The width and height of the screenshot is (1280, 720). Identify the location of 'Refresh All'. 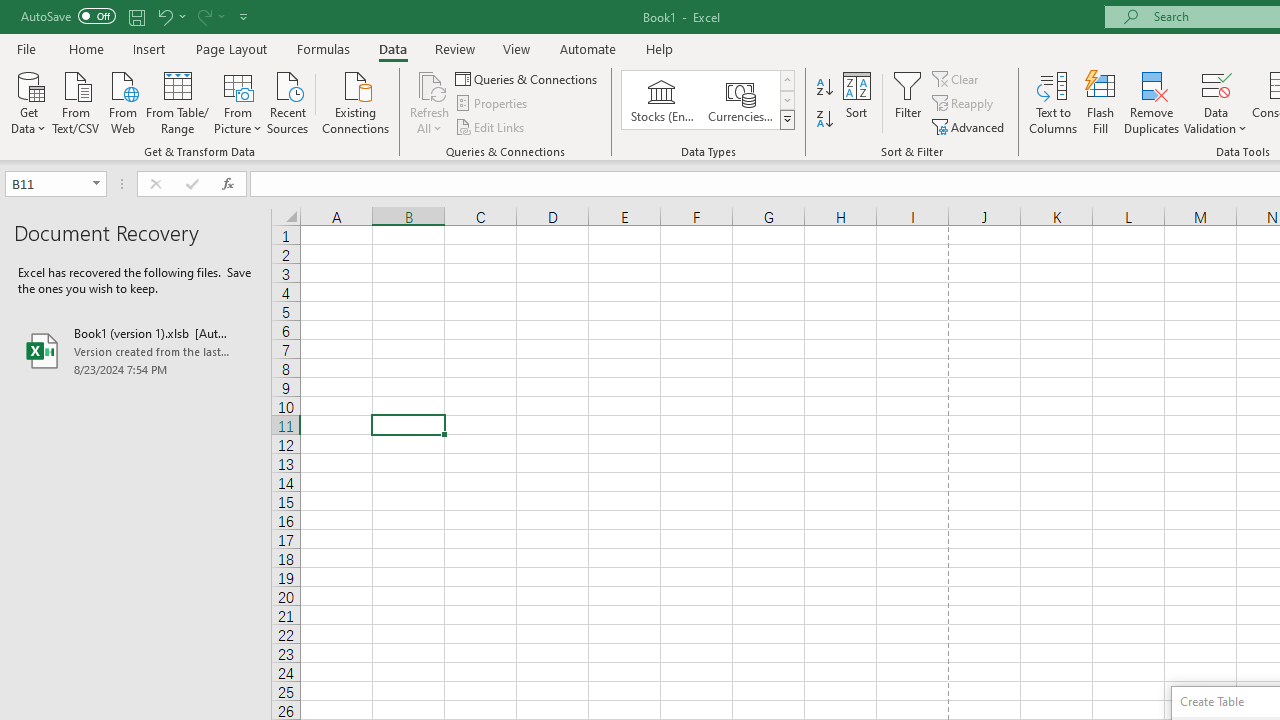
(429, 84).